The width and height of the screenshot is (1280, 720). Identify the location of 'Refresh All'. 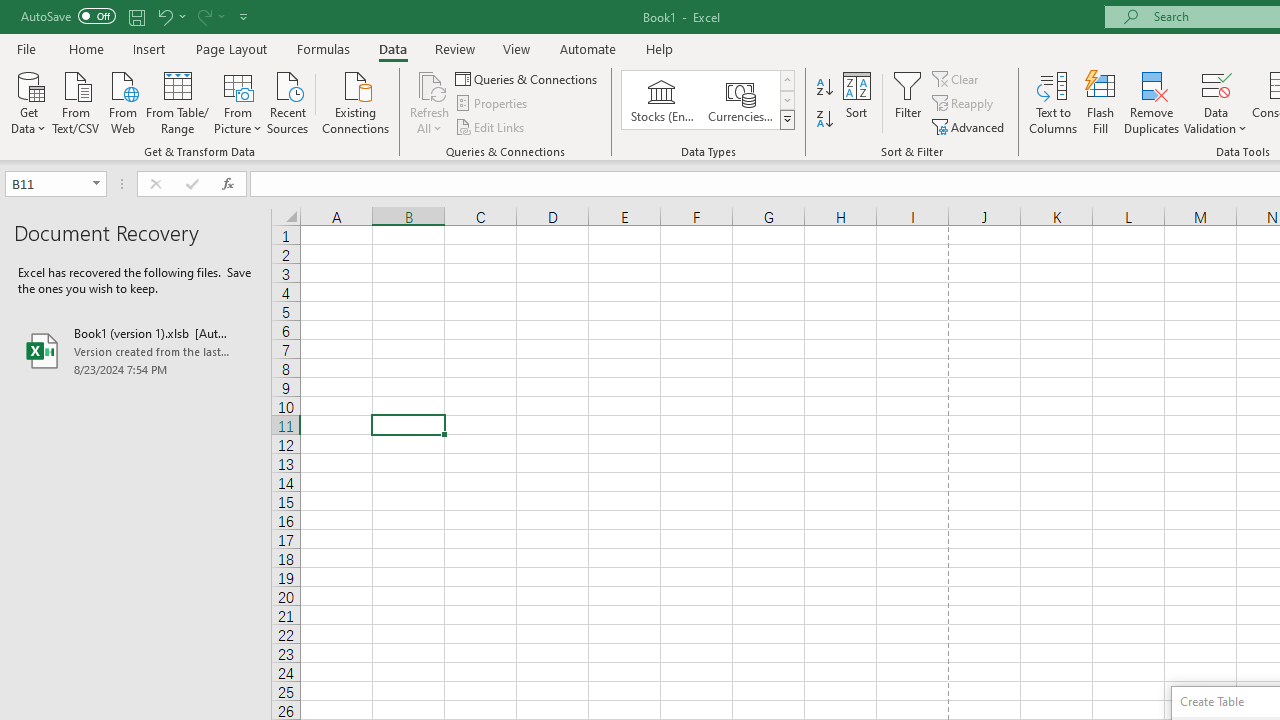
(429, 84).